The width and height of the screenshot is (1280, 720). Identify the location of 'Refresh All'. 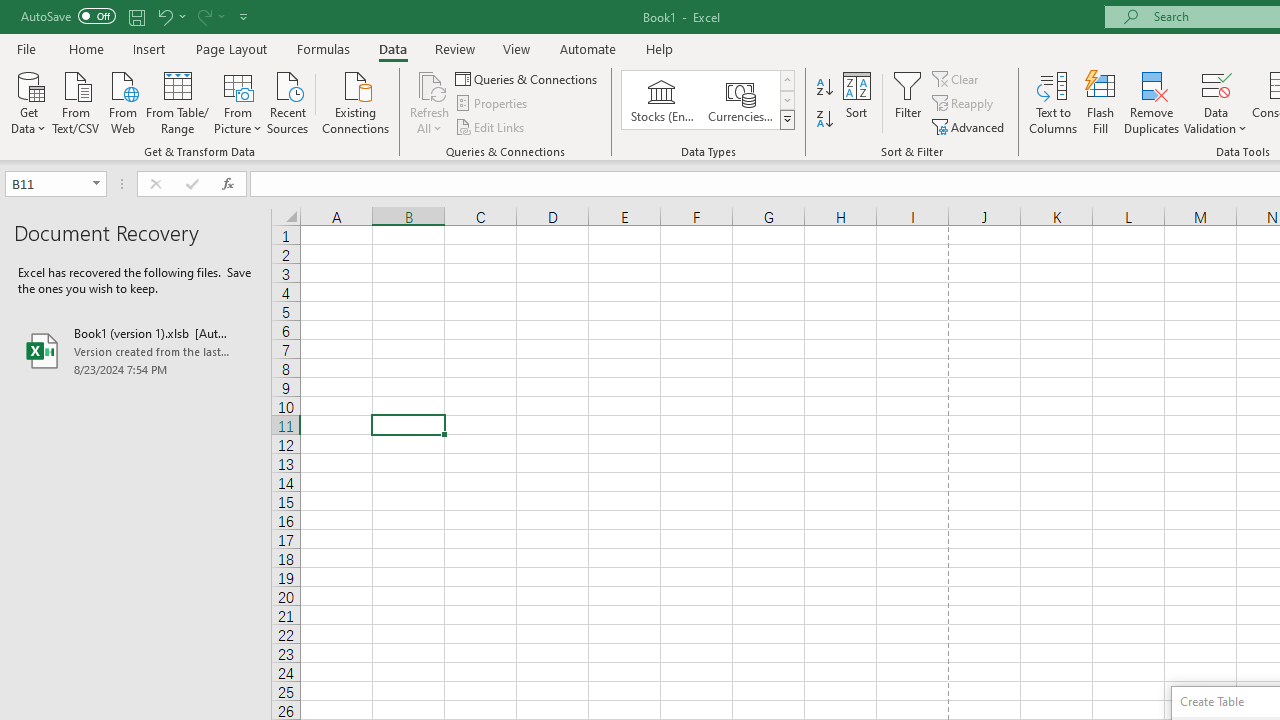
(429, 84).